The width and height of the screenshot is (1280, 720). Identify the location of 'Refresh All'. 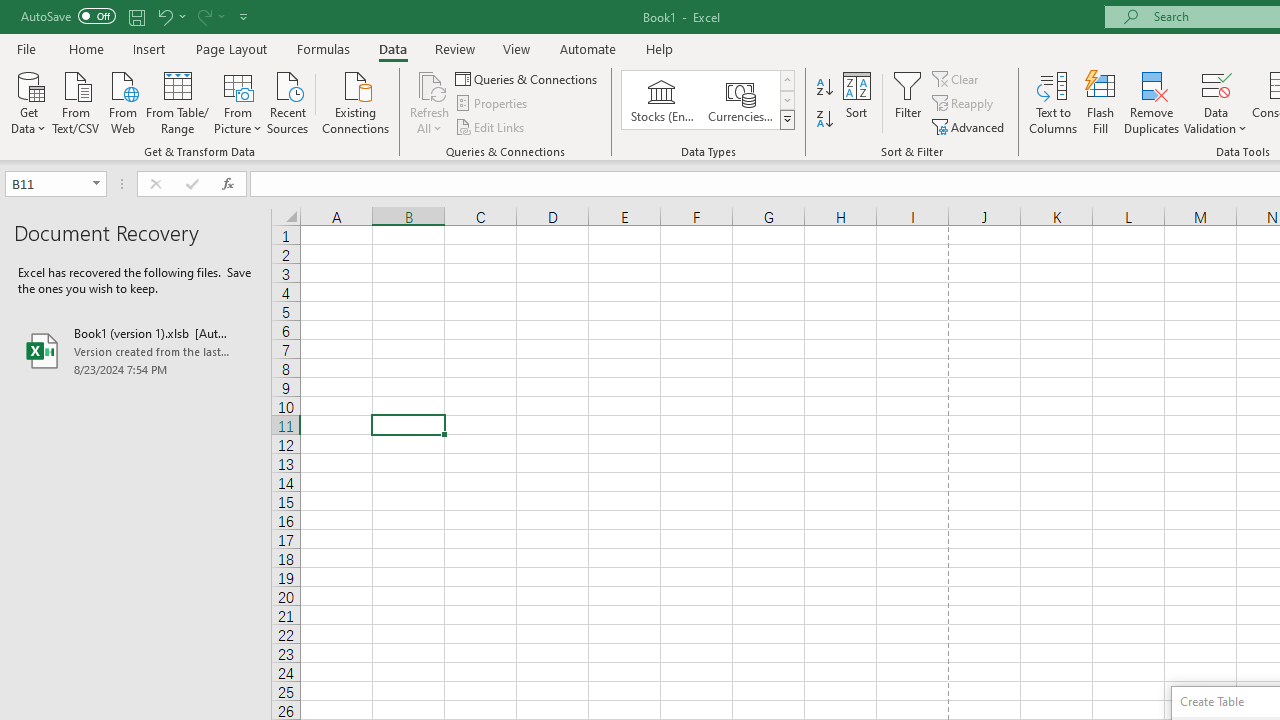
(429, 84).